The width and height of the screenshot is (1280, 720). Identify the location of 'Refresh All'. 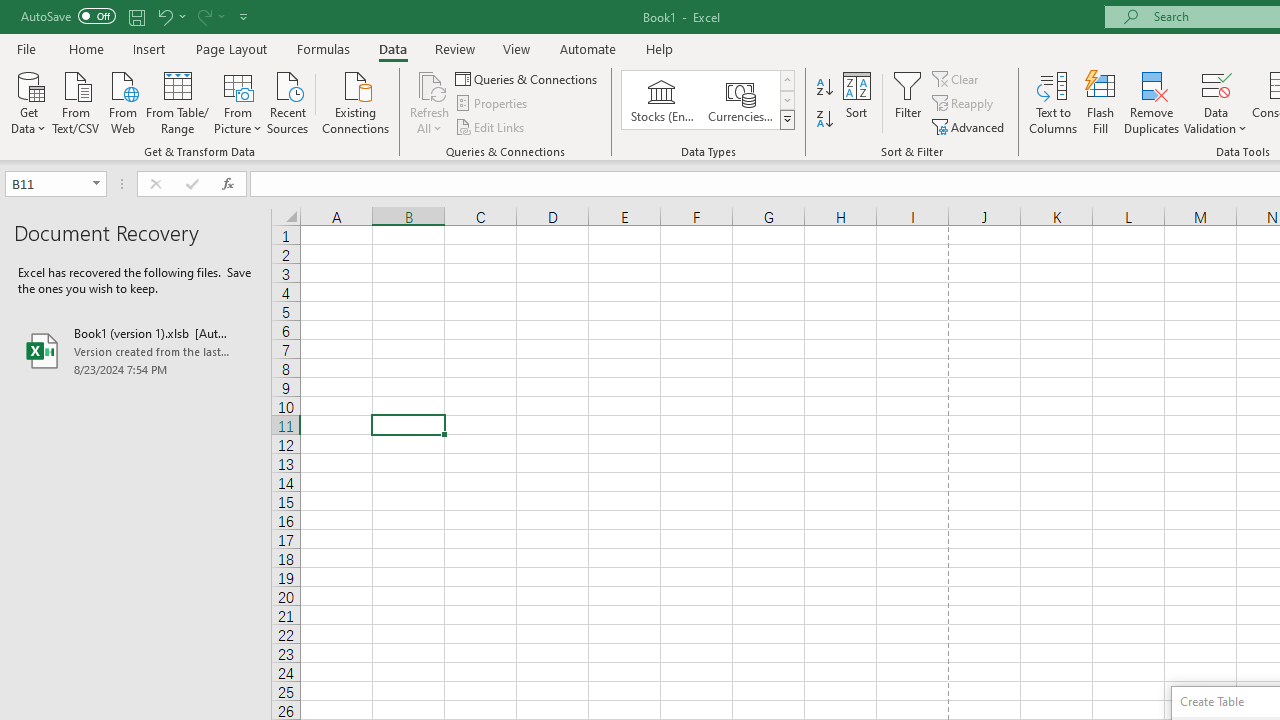
(429, 84).